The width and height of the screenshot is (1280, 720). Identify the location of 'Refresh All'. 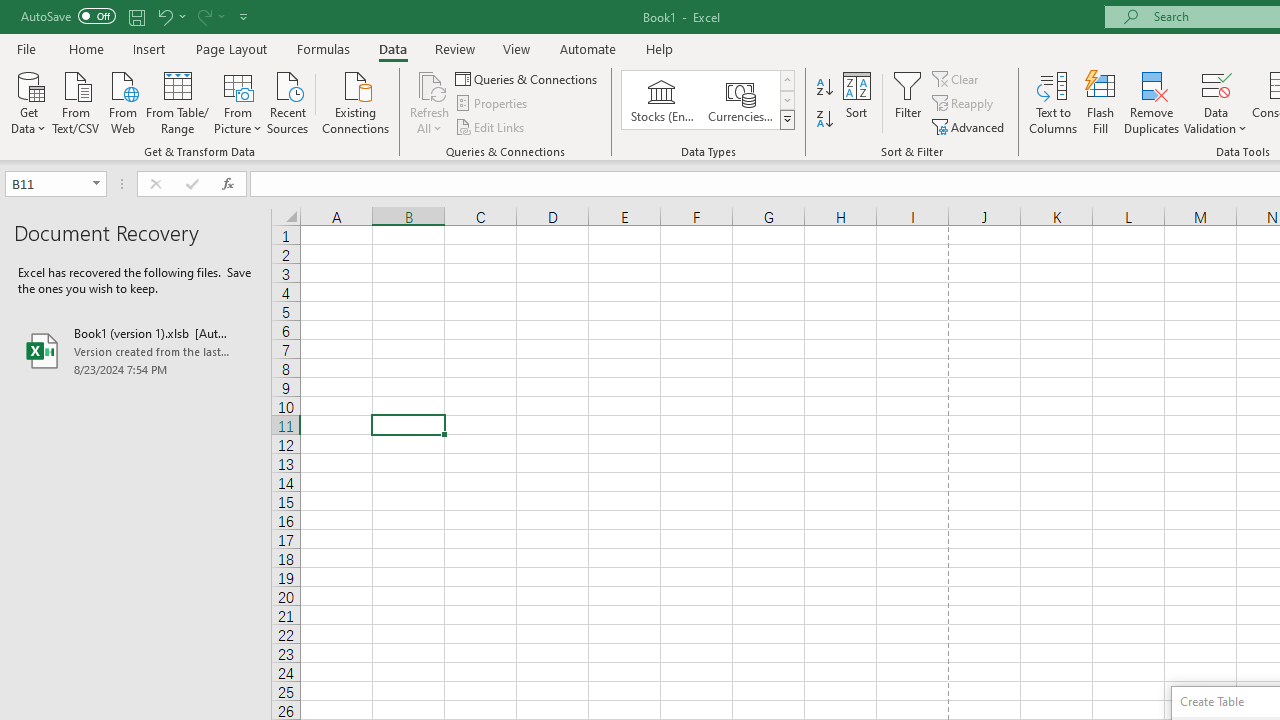
(429, 84).